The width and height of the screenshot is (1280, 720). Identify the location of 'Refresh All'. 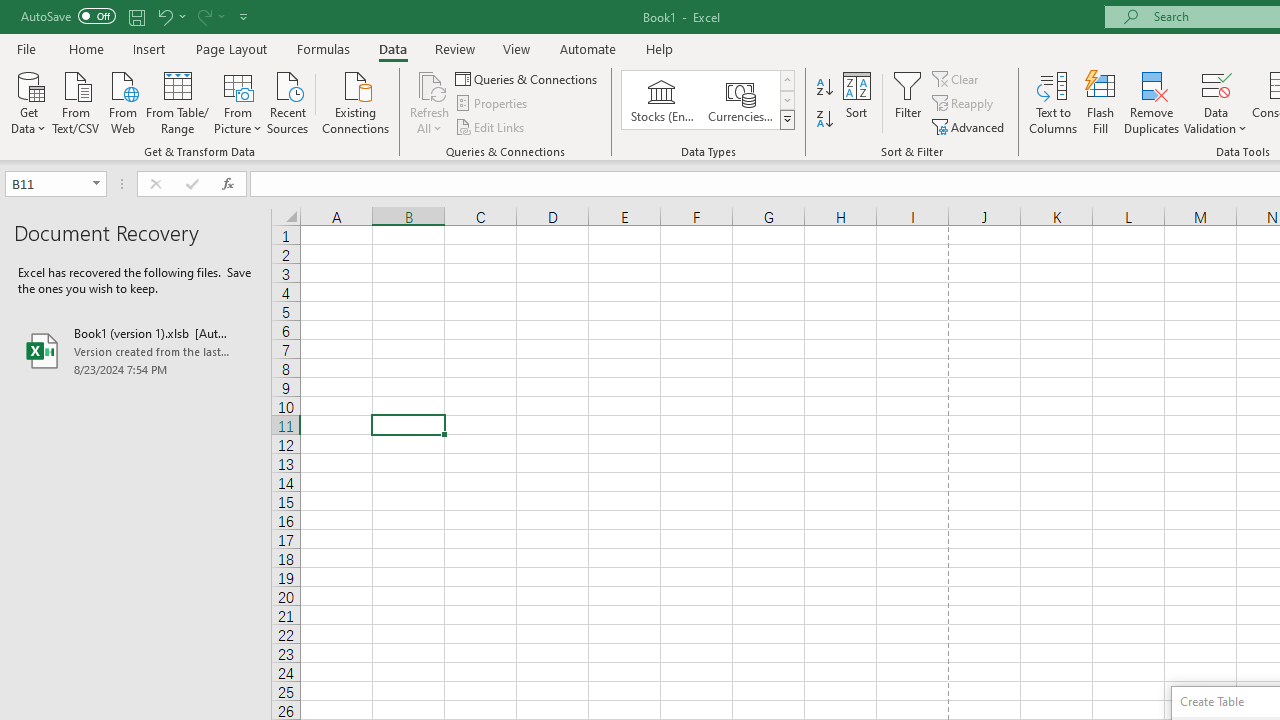
(429, 84).